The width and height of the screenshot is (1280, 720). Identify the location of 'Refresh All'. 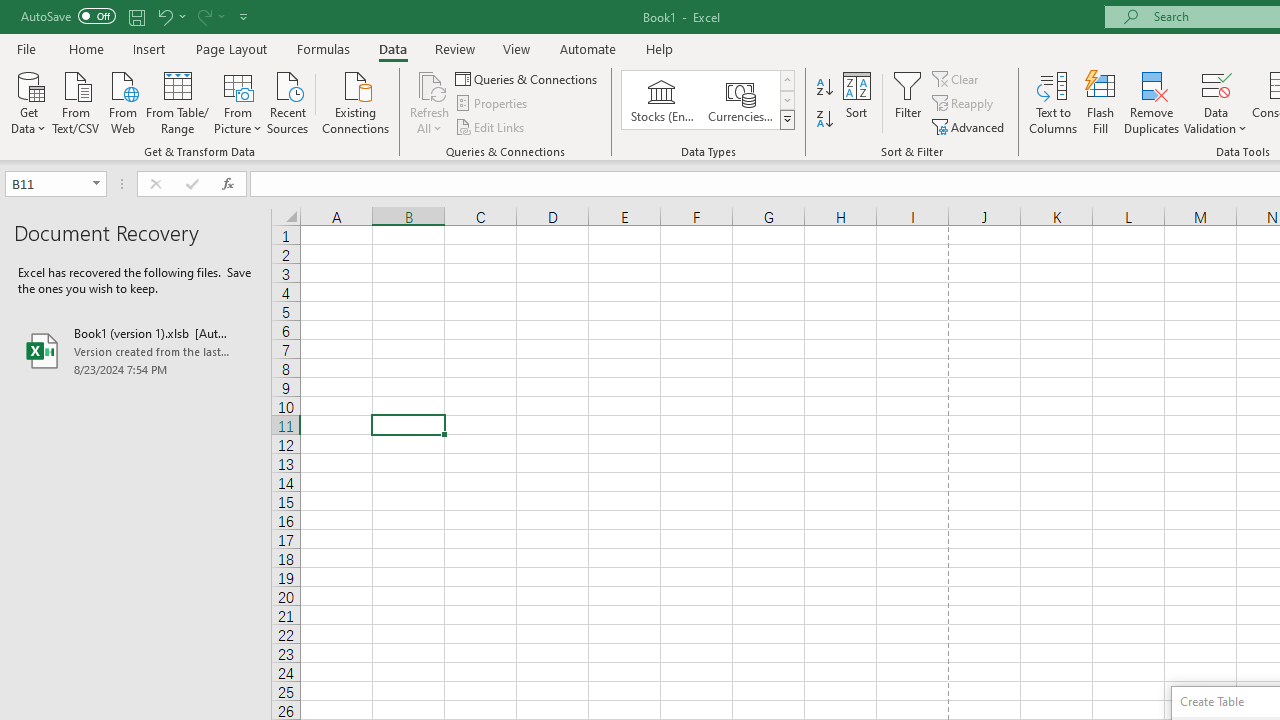
(429, 84).